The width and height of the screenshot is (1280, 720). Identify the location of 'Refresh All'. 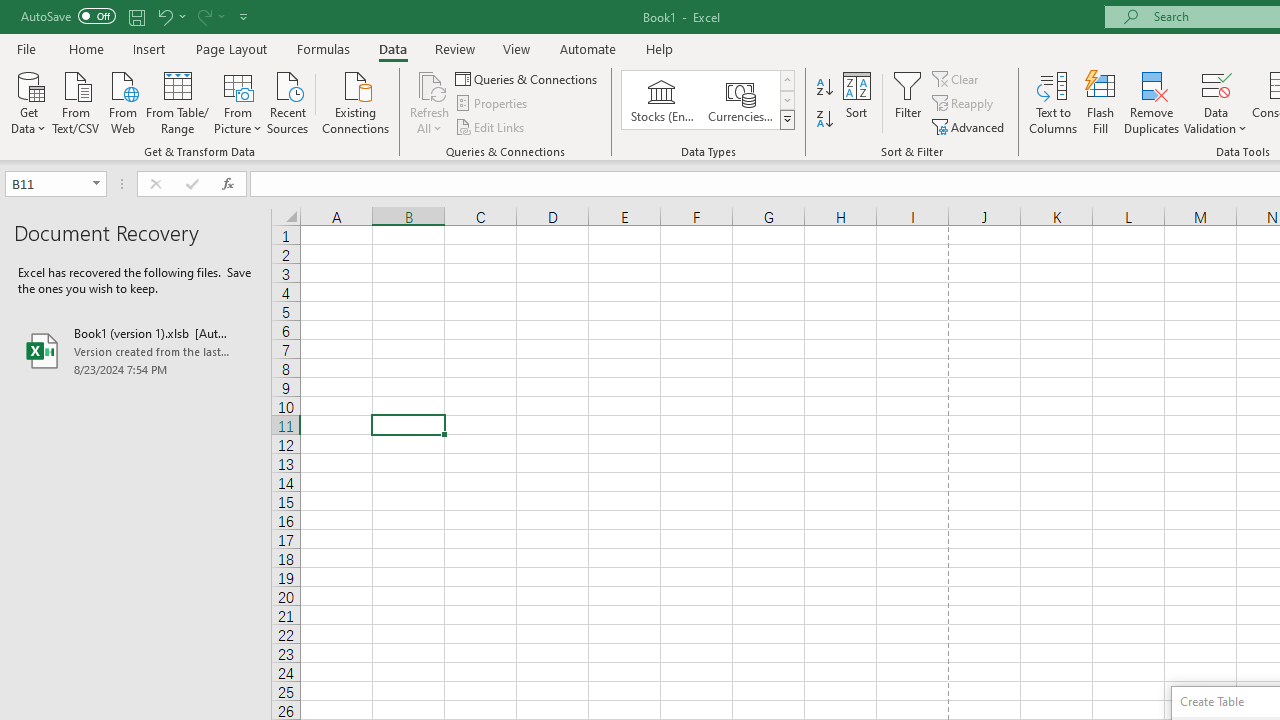
(429, 84).